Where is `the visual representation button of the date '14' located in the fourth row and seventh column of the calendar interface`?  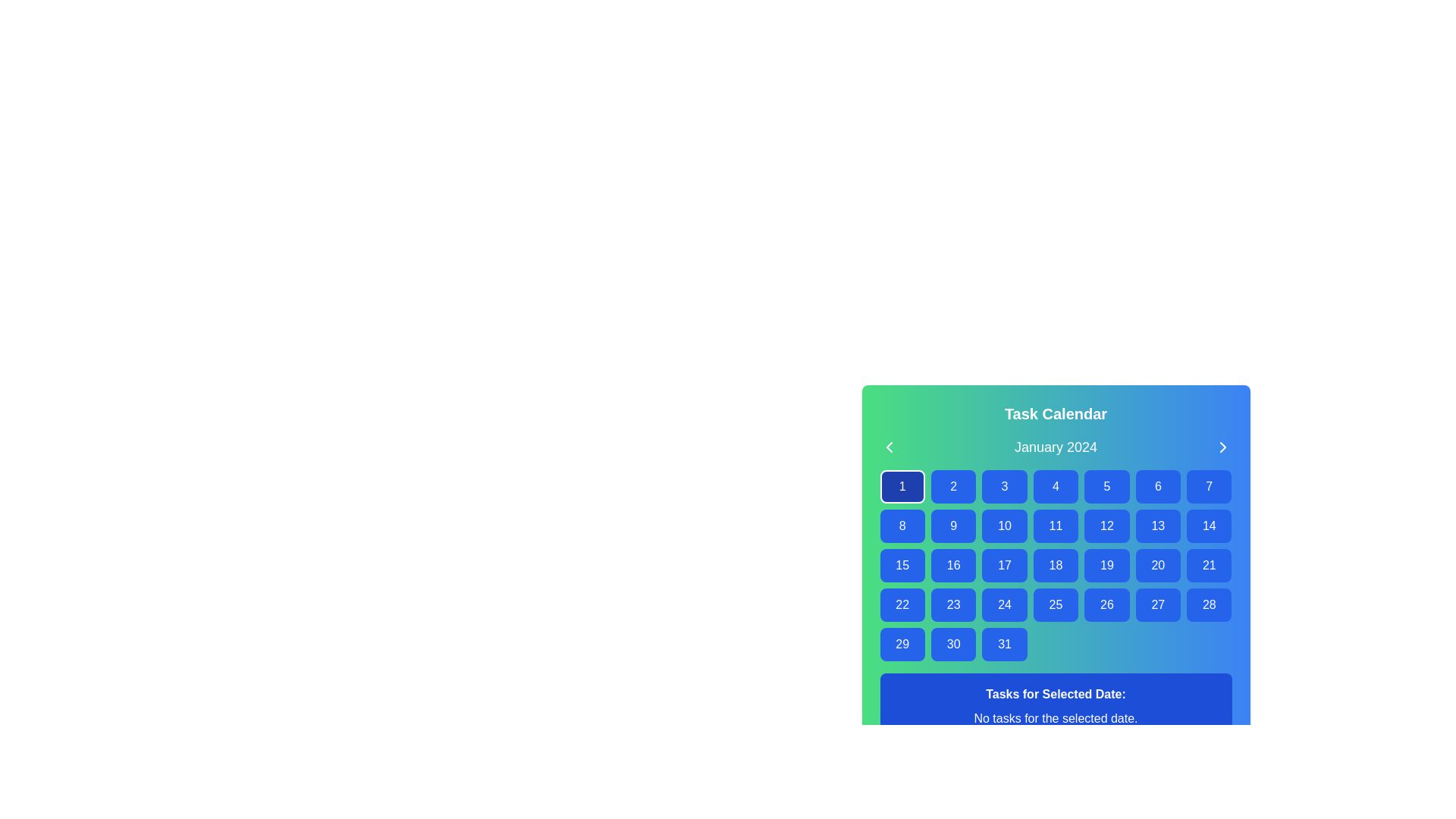
the visual representation button of the date '14' located in the fourth row and seventh column of the calendar interface is located at coordinates (1208, 526).